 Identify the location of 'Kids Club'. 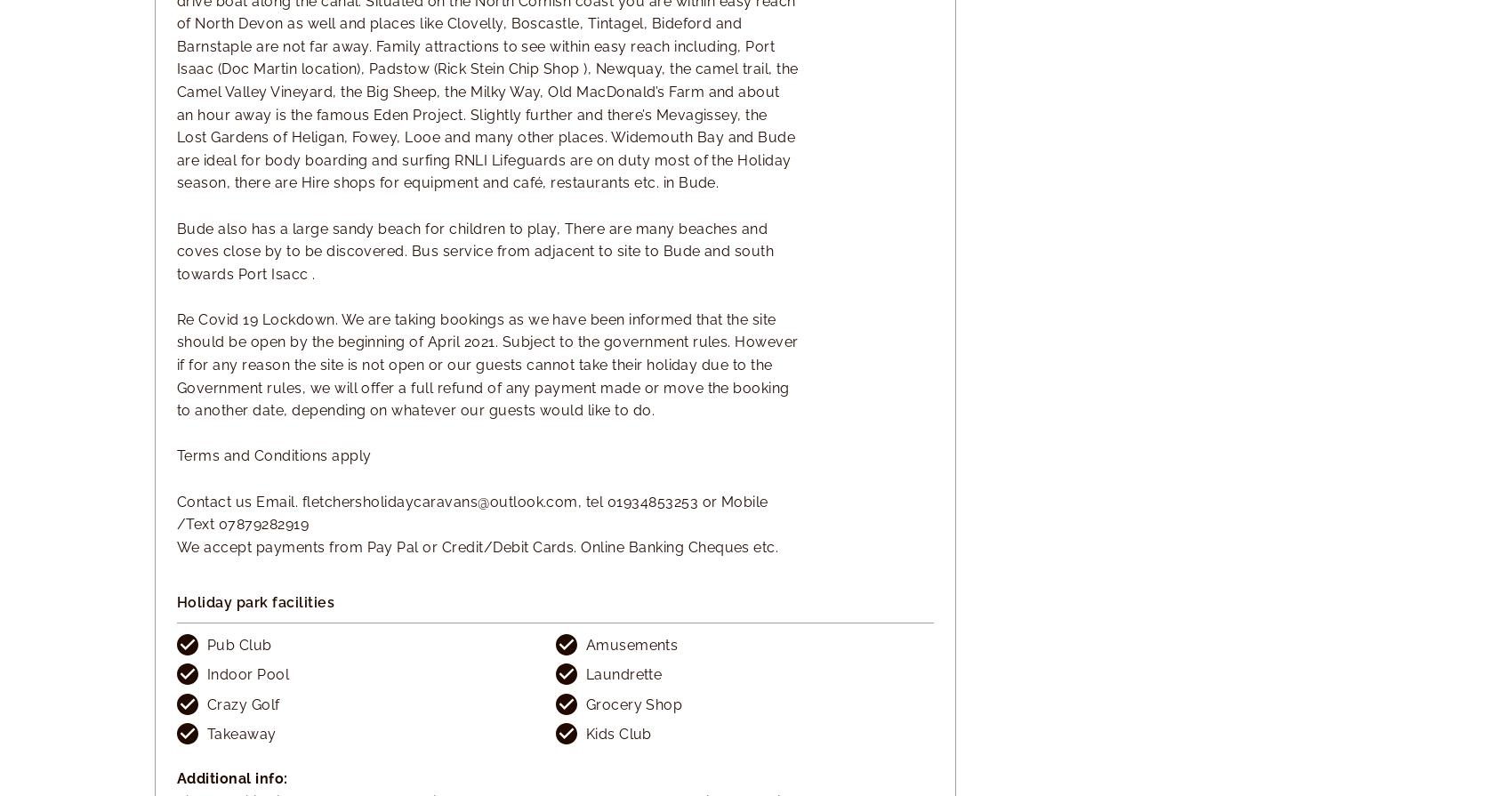
(617, 733).